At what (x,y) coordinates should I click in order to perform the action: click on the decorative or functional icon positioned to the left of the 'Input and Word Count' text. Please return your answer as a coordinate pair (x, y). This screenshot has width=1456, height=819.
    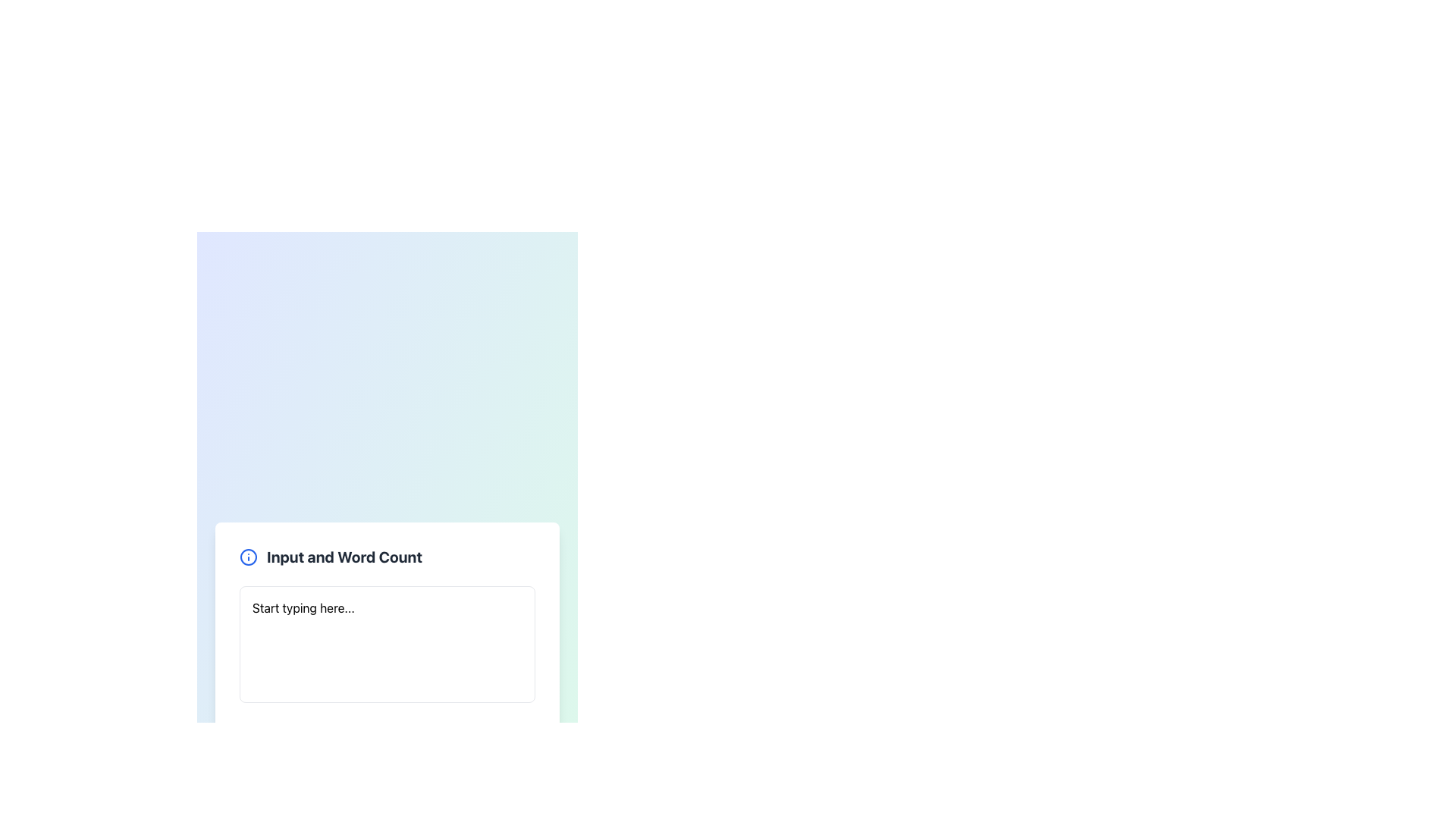
    Looking at the image, I should click on (248, 557).